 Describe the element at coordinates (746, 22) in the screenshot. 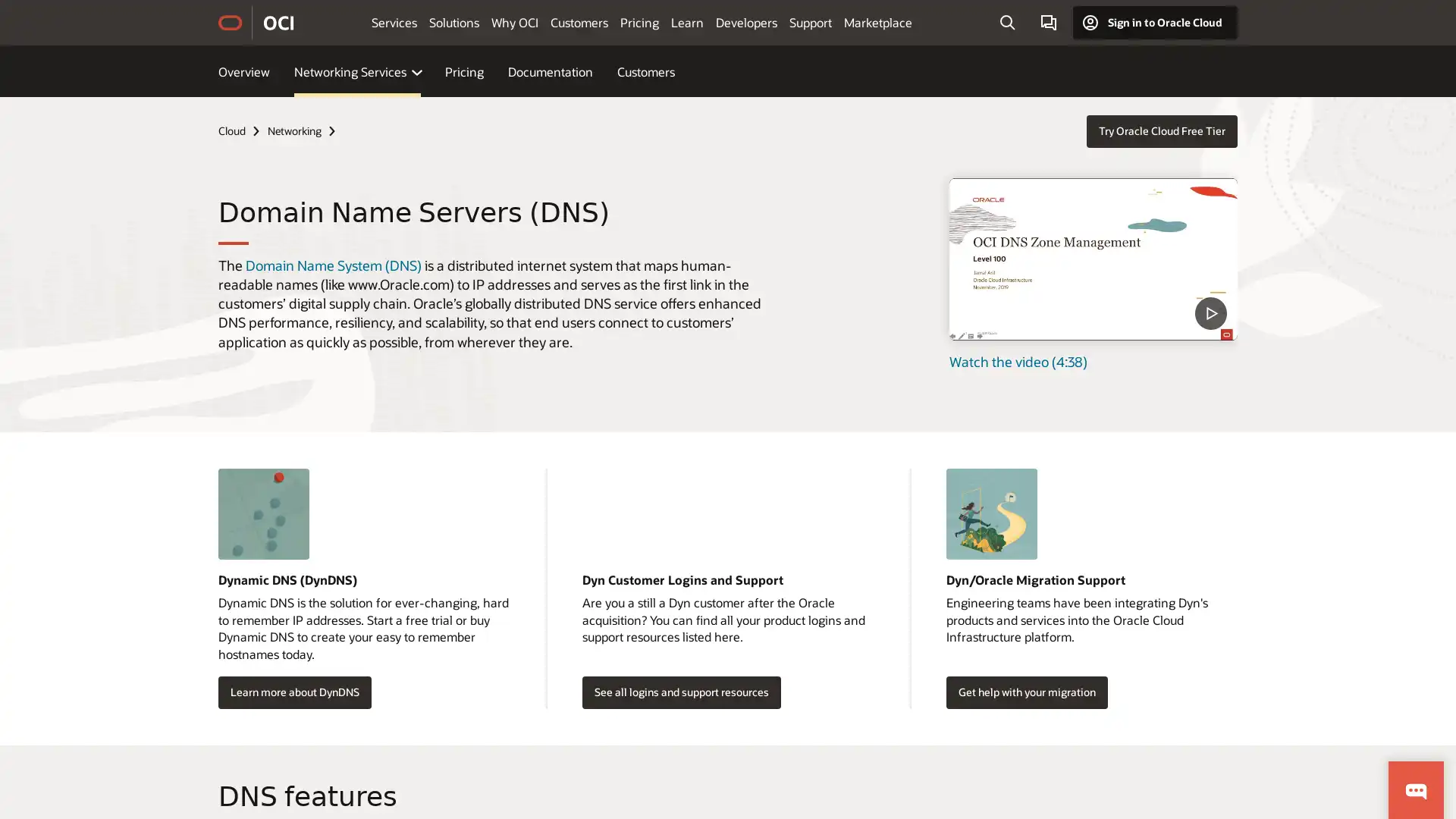

I see `Developers` at that location.